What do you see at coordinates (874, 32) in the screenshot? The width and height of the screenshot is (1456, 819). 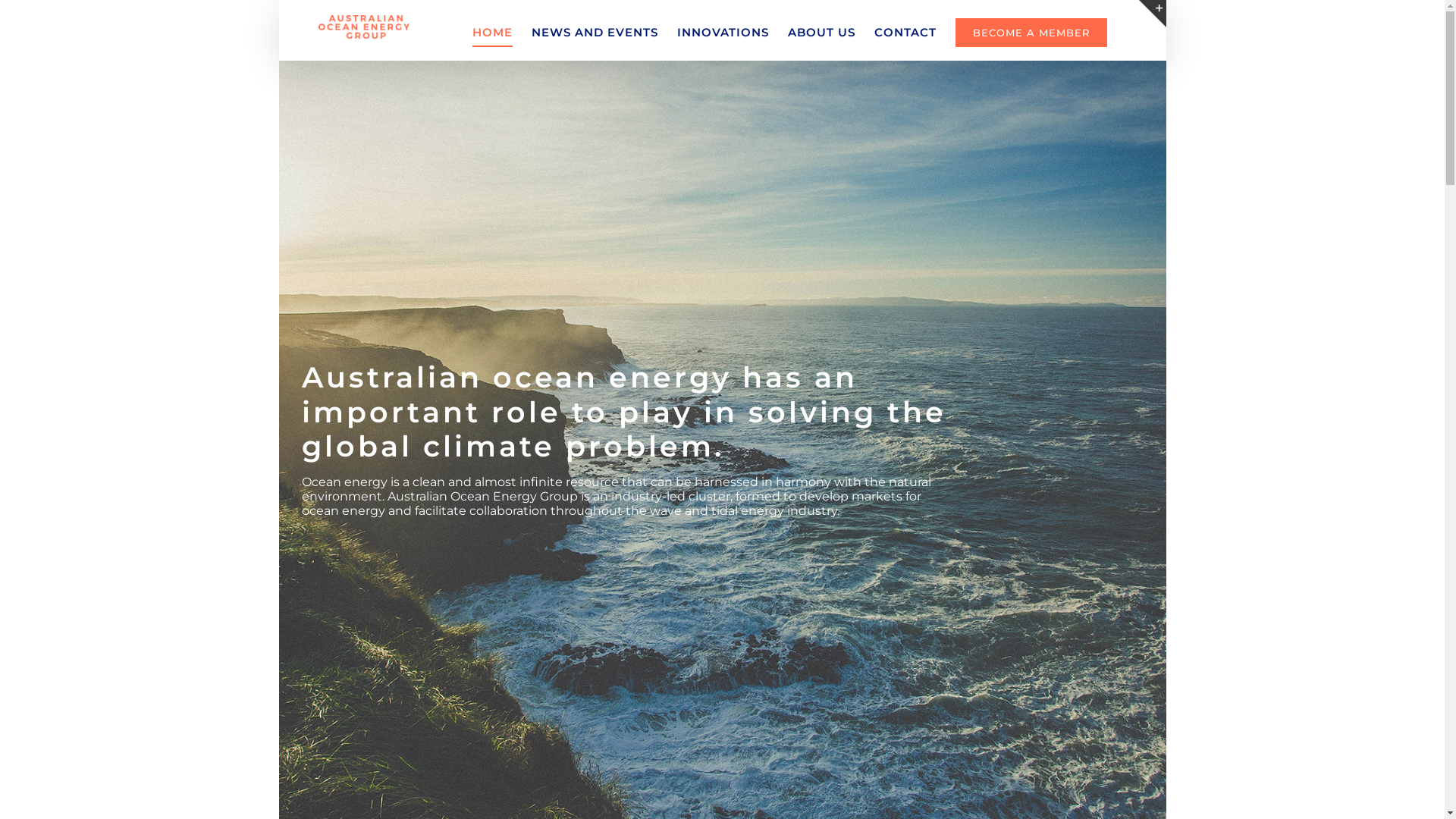 I see `'CONTACT'` at bounding box center [874, 32].